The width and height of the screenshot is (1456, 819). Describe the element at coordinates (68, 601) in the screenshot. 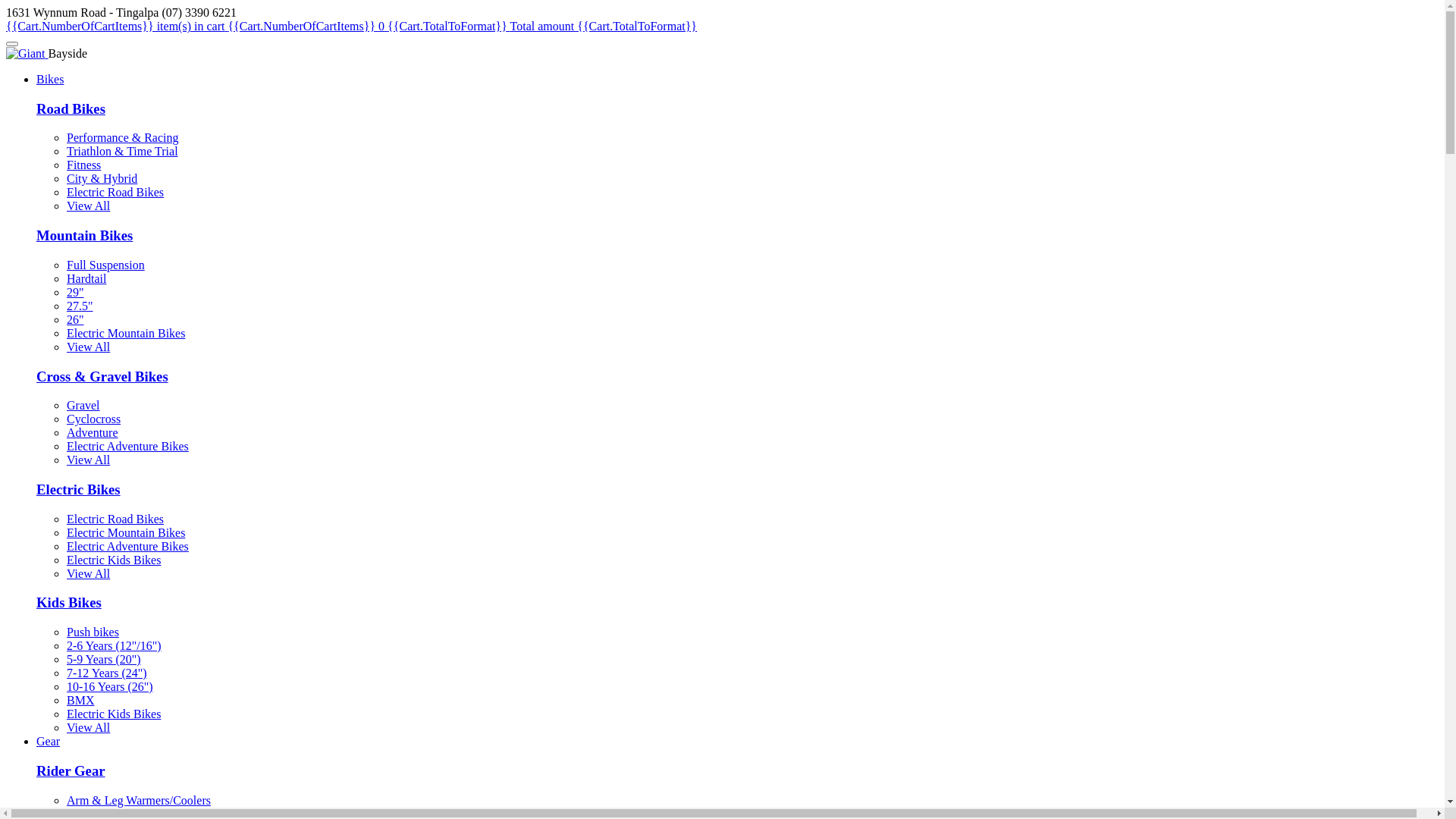

I see `'Kids Bikes'` at that location.